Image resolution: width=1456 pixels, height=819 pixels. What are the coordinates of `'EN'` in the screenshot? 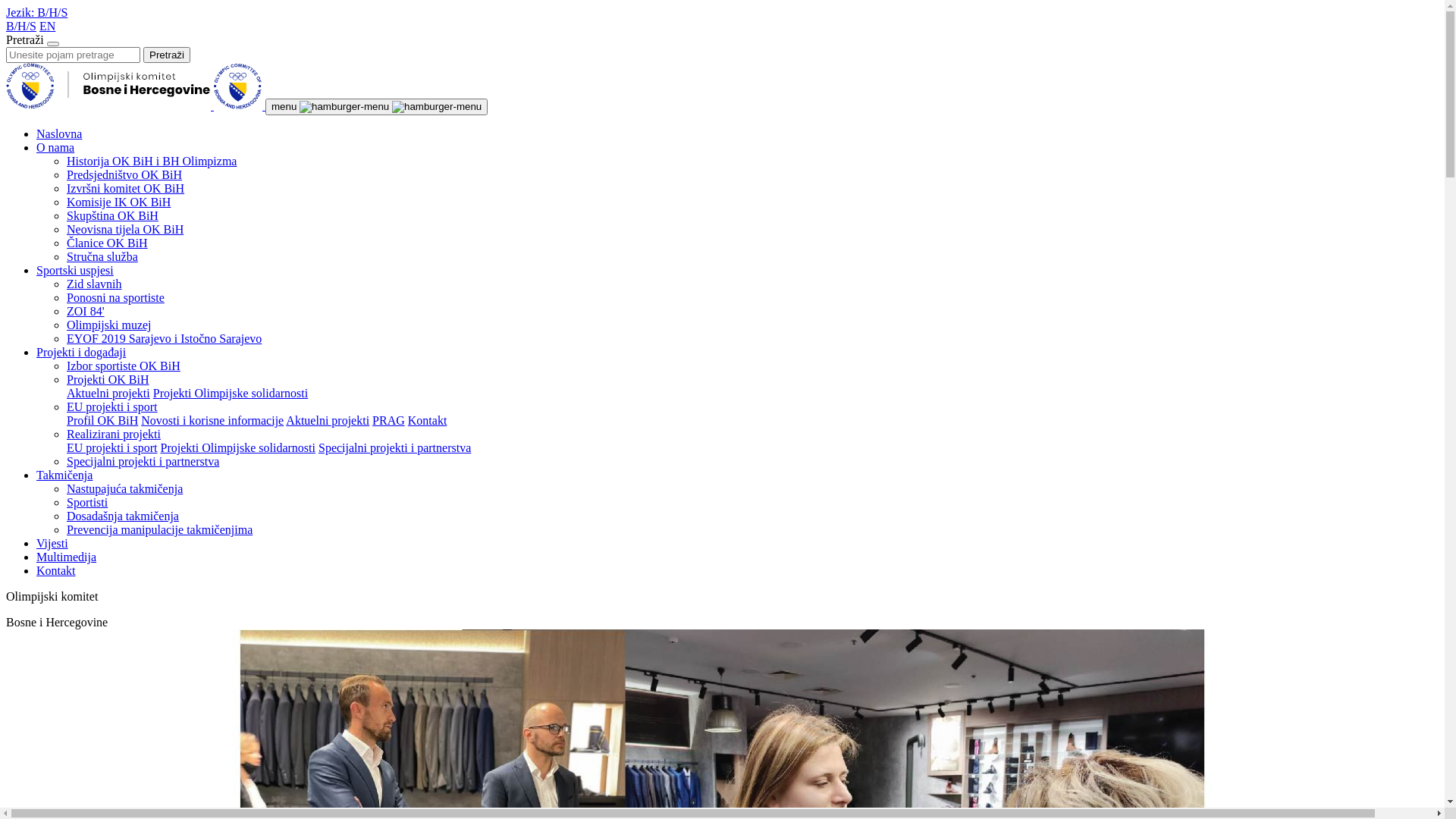 It's located at (47, 26).